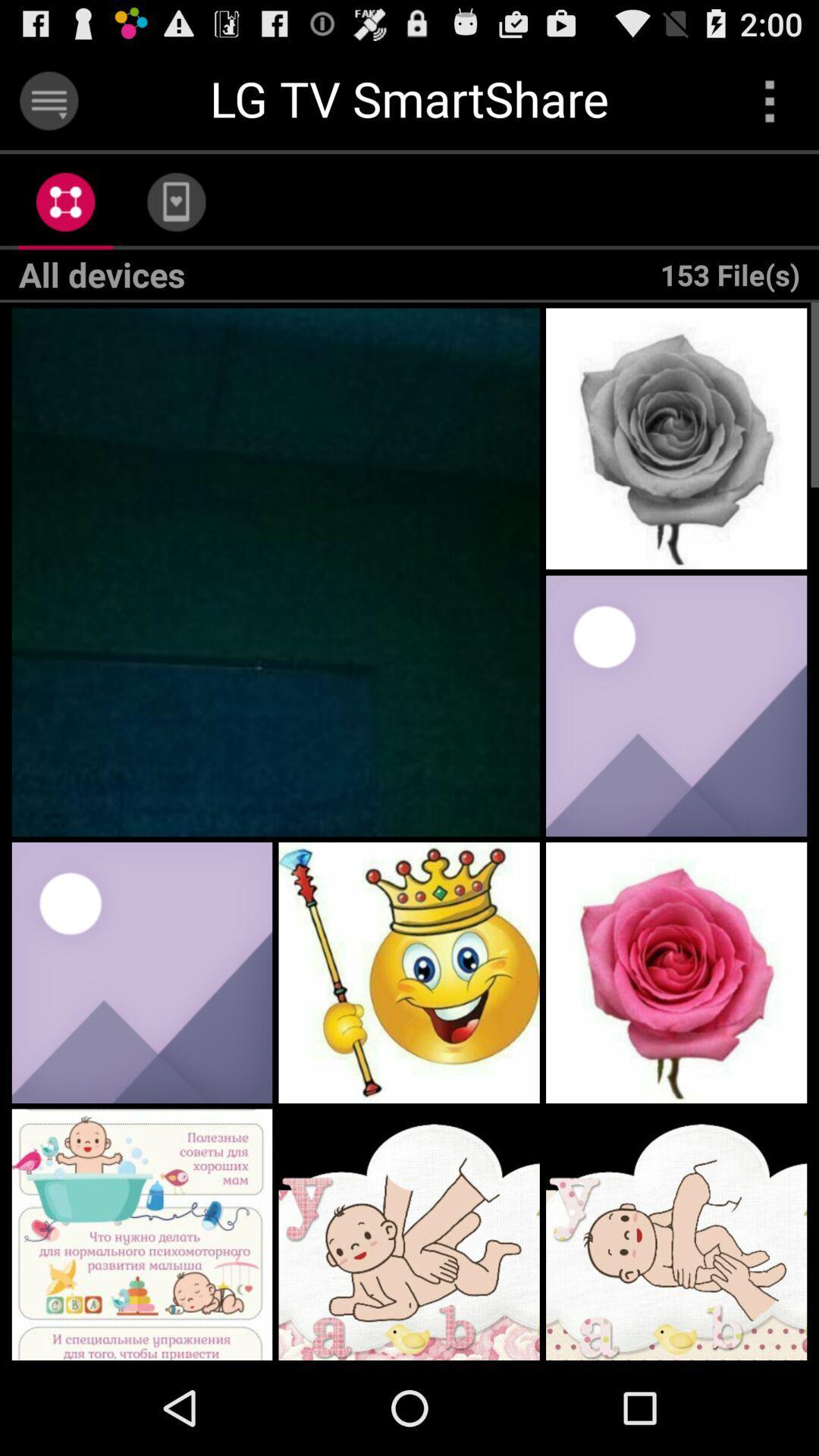  I want to click on app above all devices icon, so click(64, 201).